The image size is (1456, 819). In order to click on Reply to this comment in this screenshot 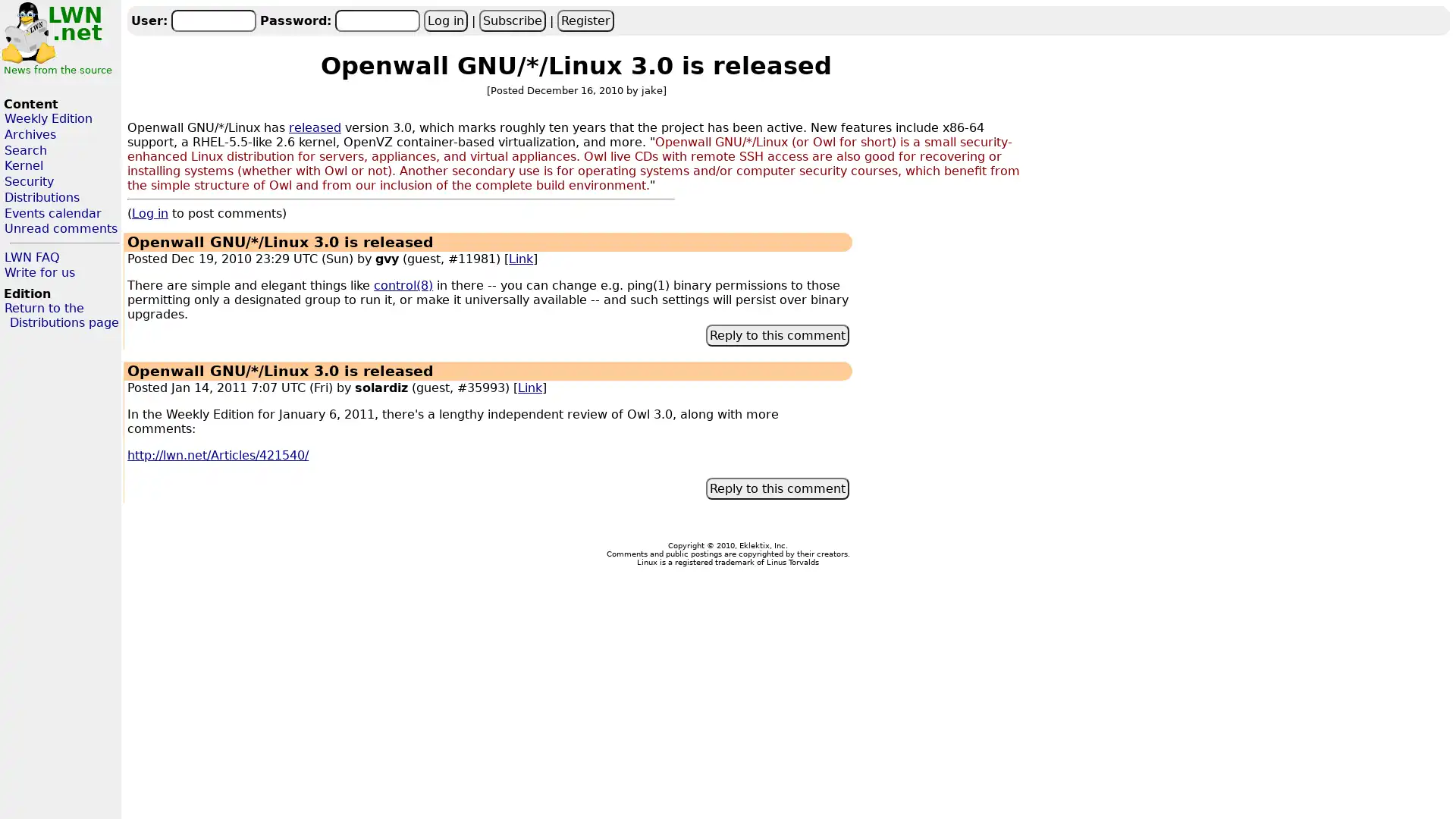, I will do `click(777, 334)`.